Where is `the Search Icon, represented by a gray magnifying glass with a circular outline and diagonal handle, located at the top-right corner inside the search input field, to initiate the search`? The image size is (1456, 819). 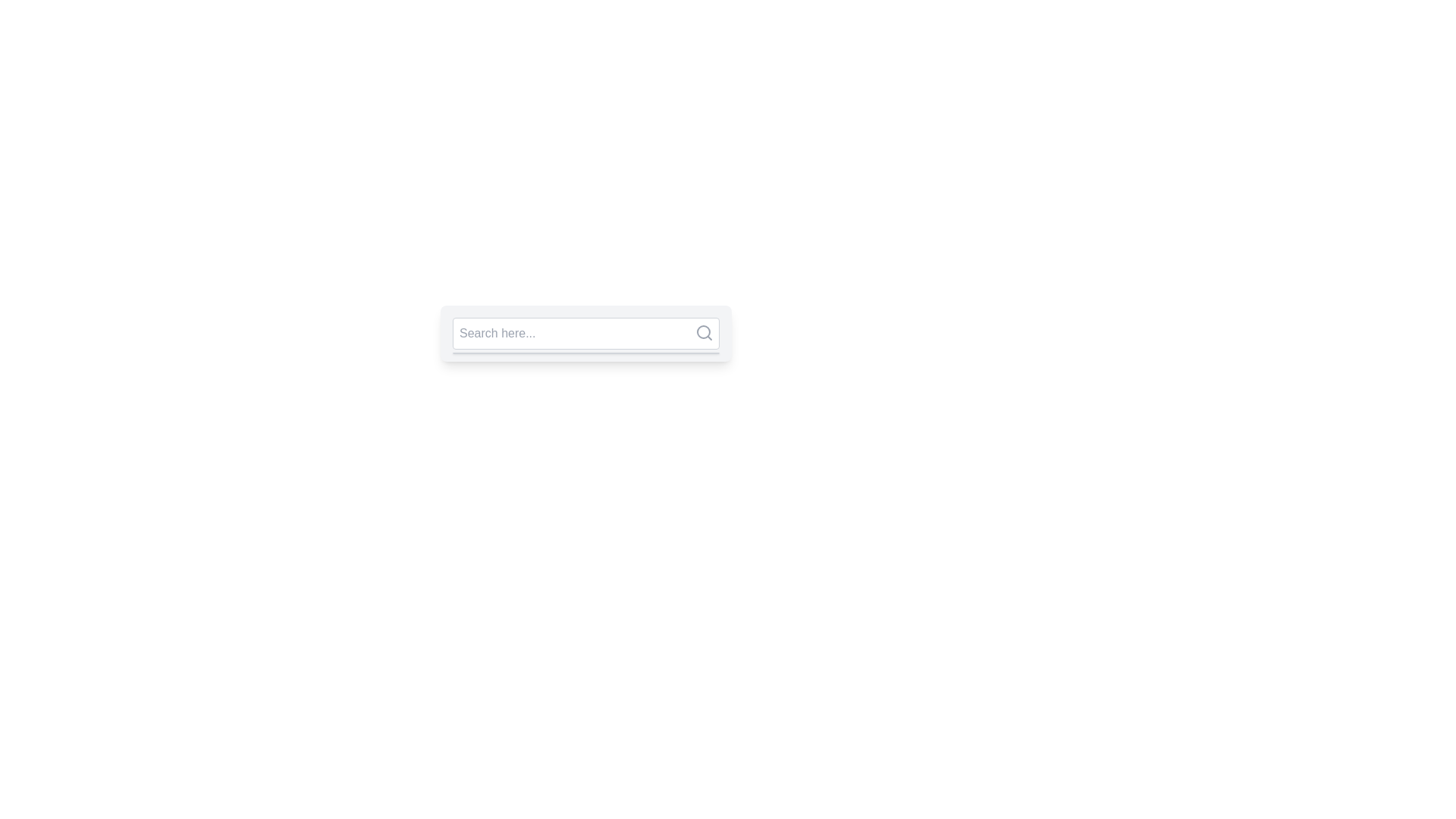
the Search Icon, represented by a gray magnifying glass with a circular outline and diagonal handle, located at the top-right corner inside the search input field, to initiate the search is located at coordinates (704, 332).